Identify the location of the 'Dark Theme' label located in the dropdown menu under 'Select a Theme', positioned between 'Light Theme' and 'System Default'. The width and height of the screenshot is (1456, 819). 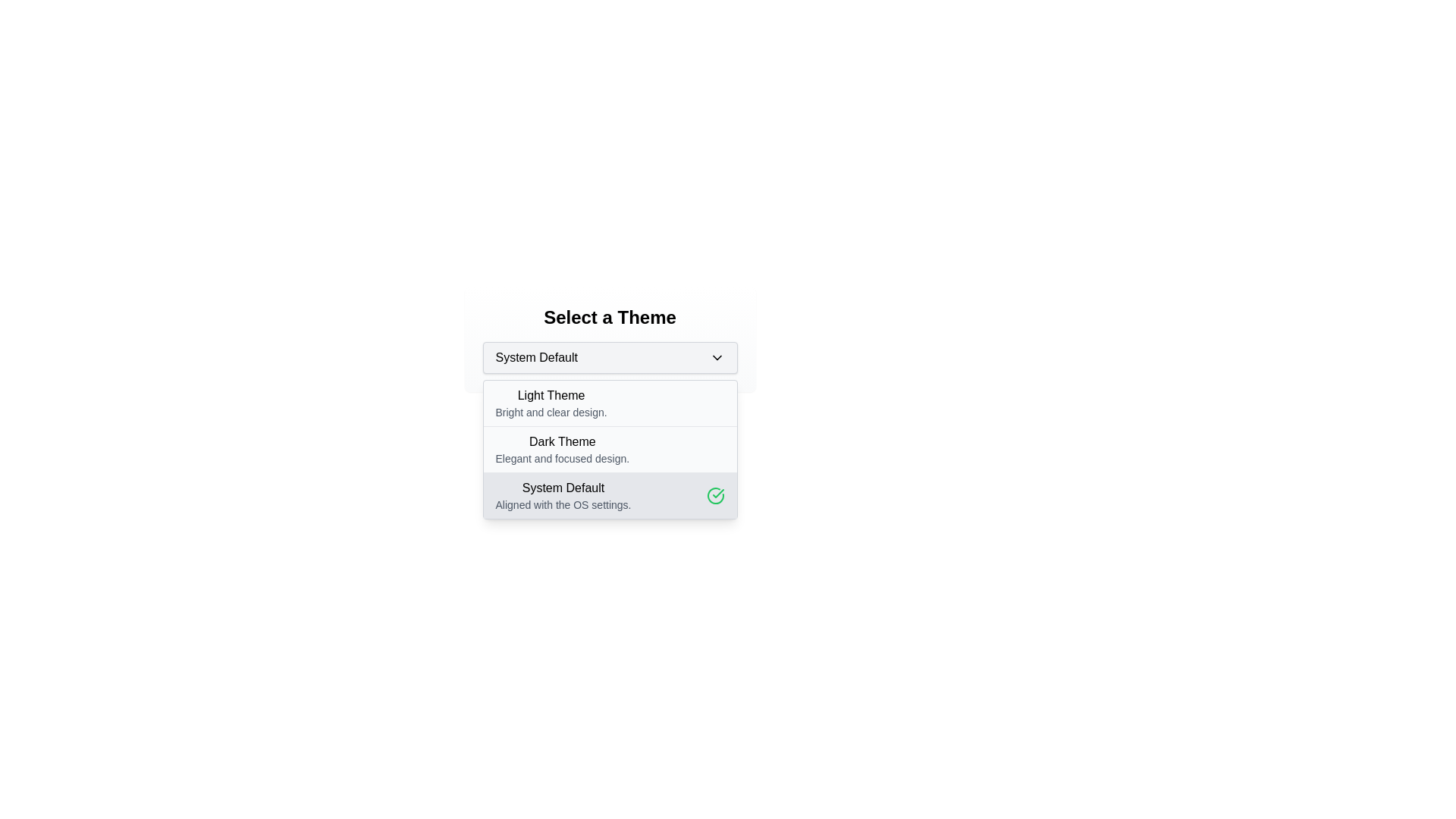
(561, 441).